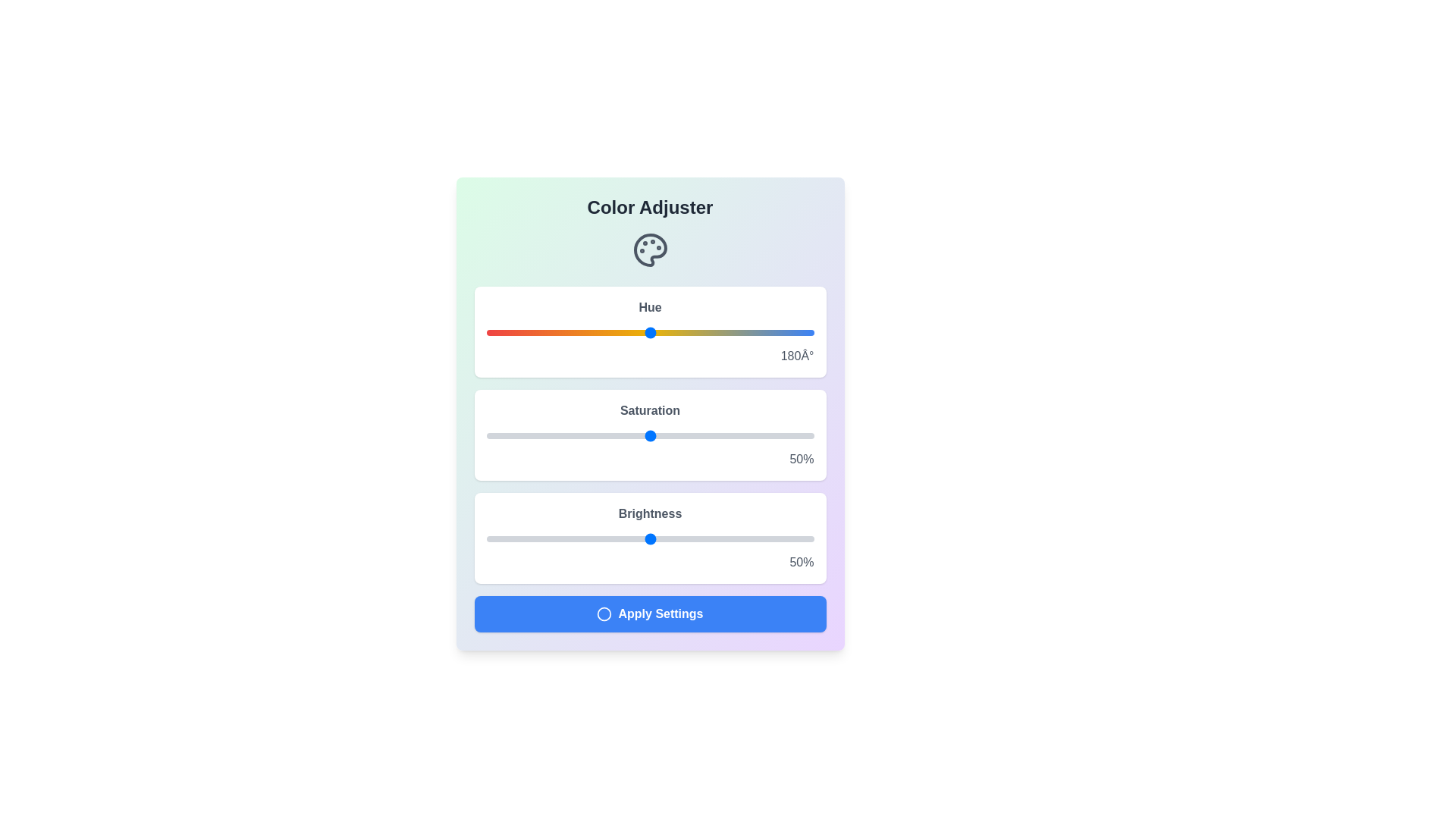 This screenshot has width=1456, height=819. What do you see at coordinates (692, 538) in the screenshot?
I see `the brightness slider to 63% by dragging the slider to the corresponding position` at bounding box center [692, 538].